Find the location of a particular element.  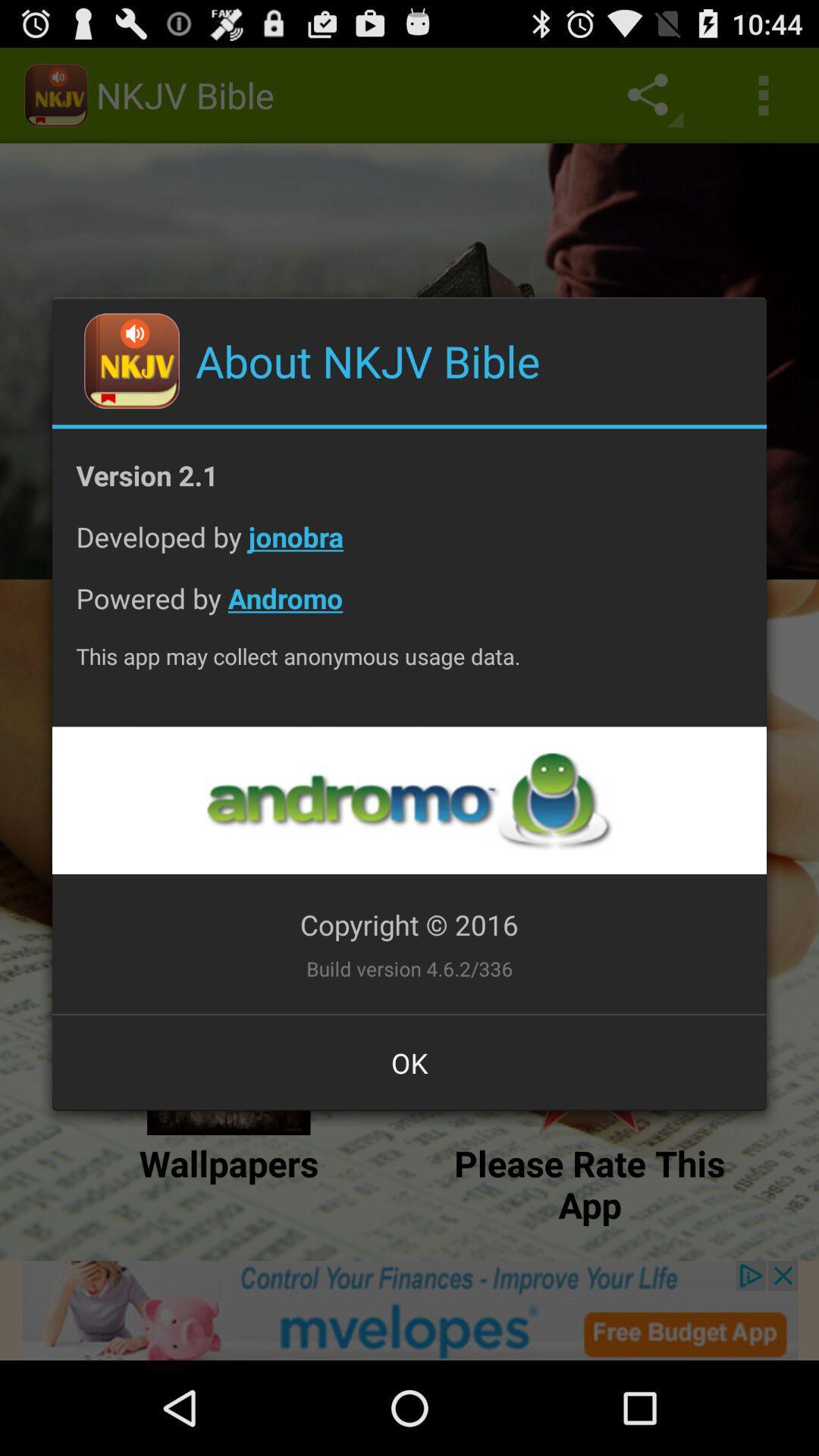

app below this app may is located at coordinates (408, 799).